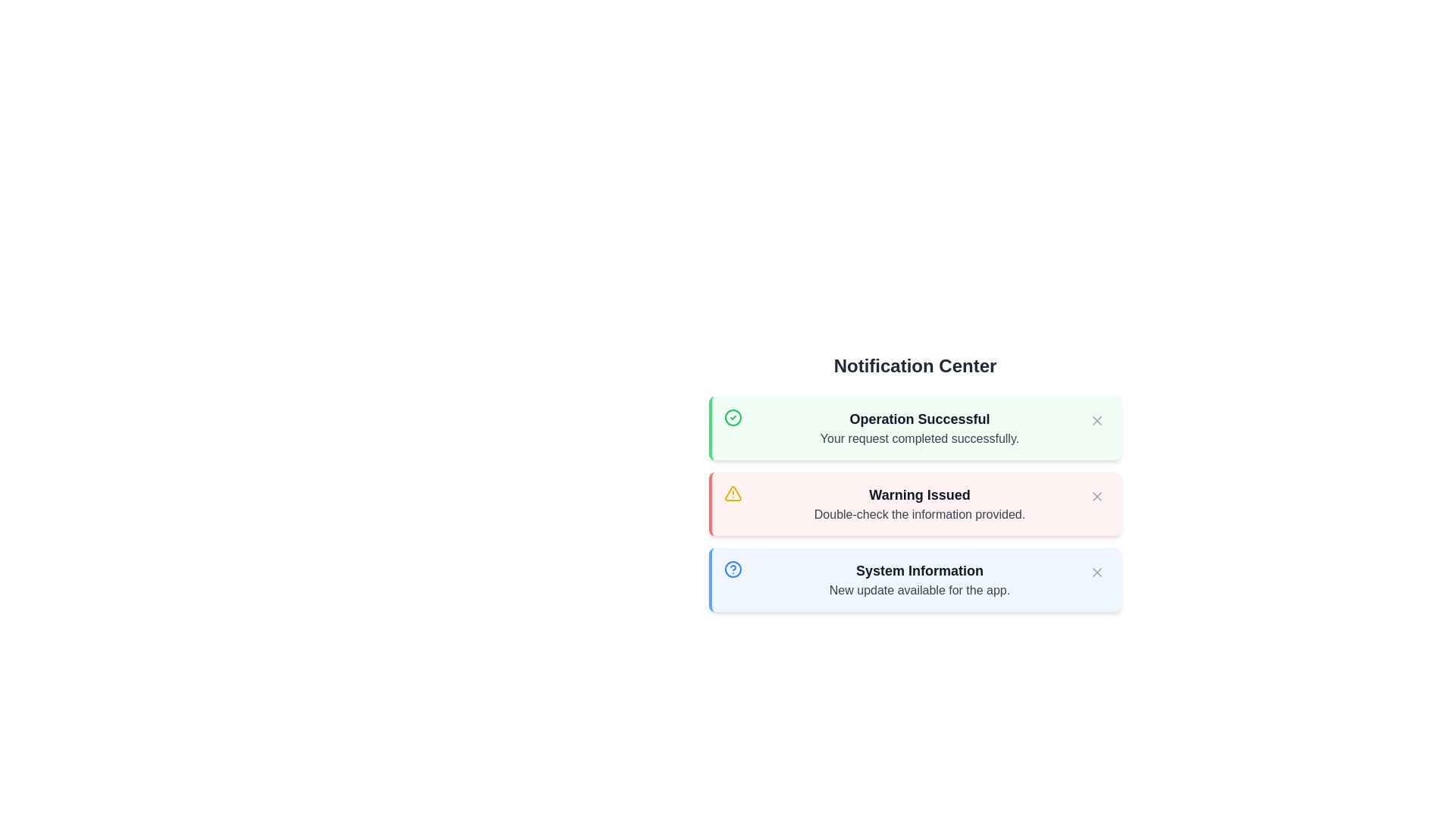  Describe the element at coordinates (919, 570) in the screenshot. I see `the bold, medium-sized text reading 'System Information' which is prominently placed in the third card of the notification section, styled with a light blue background` at that location.